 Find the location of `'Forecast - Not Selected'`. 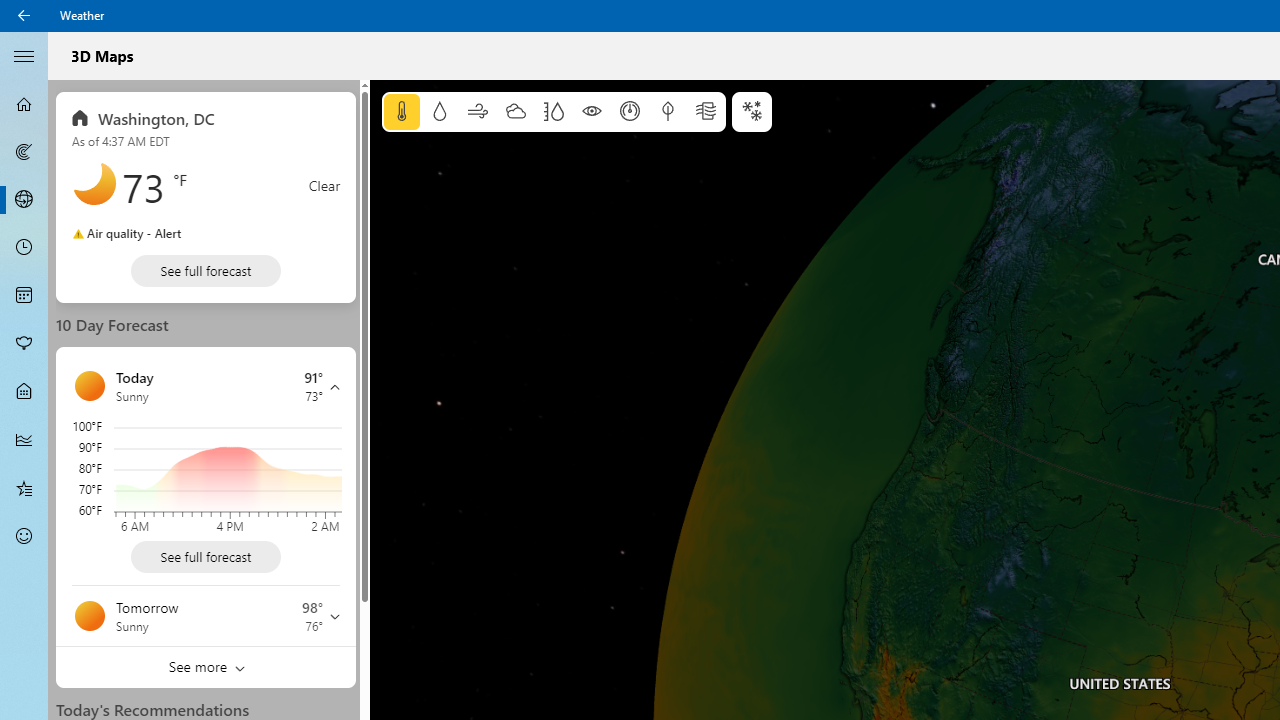

'Forecast - Not Selected' is located at coordinates (24, 104).